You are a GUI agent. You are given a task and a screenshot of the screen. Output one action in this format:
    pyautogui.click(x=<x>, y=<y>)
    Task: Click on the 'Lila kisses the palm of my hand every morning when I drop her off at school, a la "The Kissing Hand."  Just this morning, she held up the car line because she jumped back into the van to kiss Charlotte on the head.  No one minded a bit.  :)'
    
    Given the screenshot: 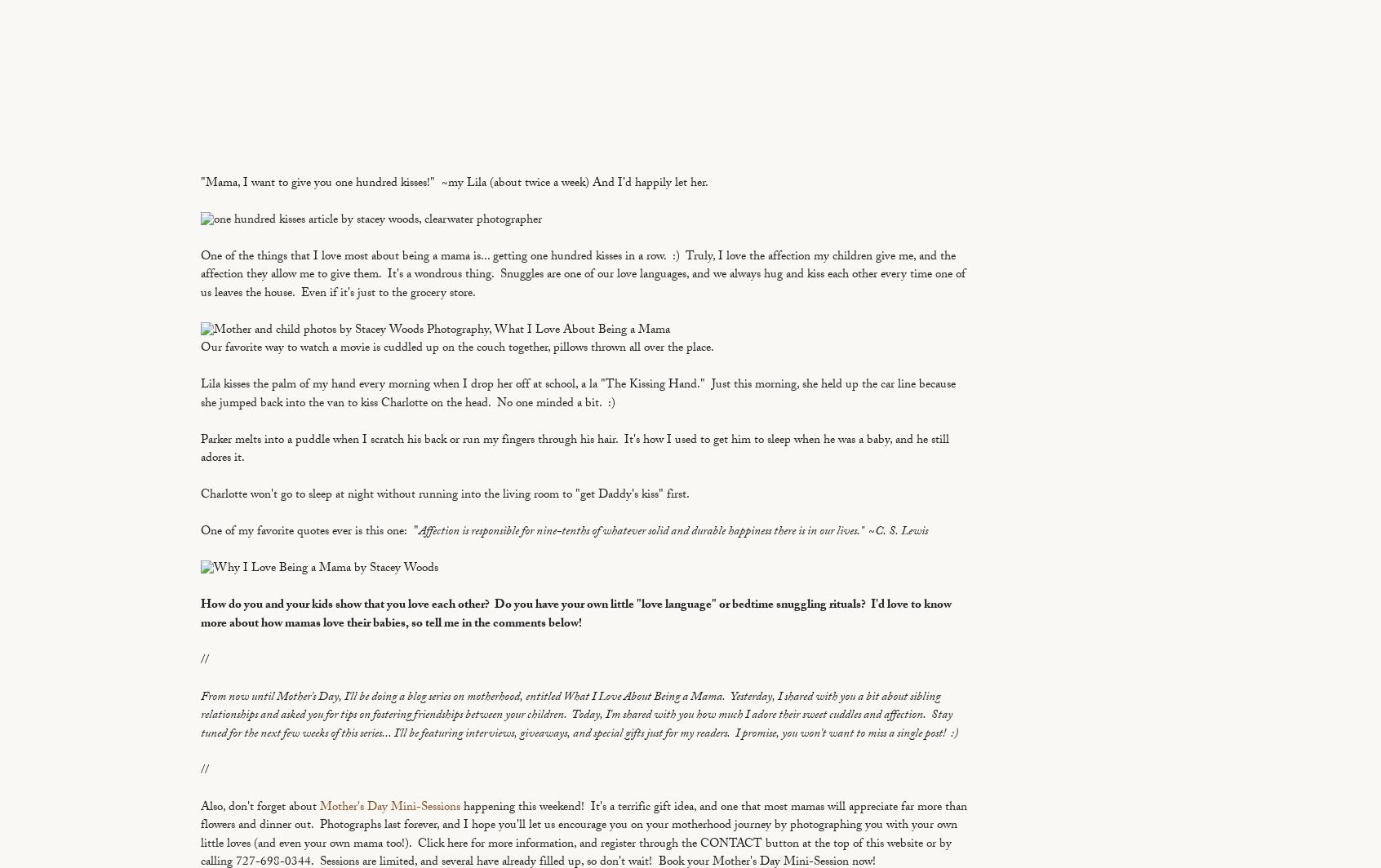 What is the action you would take?
    pyautogui.click(x=577, y=395)
    